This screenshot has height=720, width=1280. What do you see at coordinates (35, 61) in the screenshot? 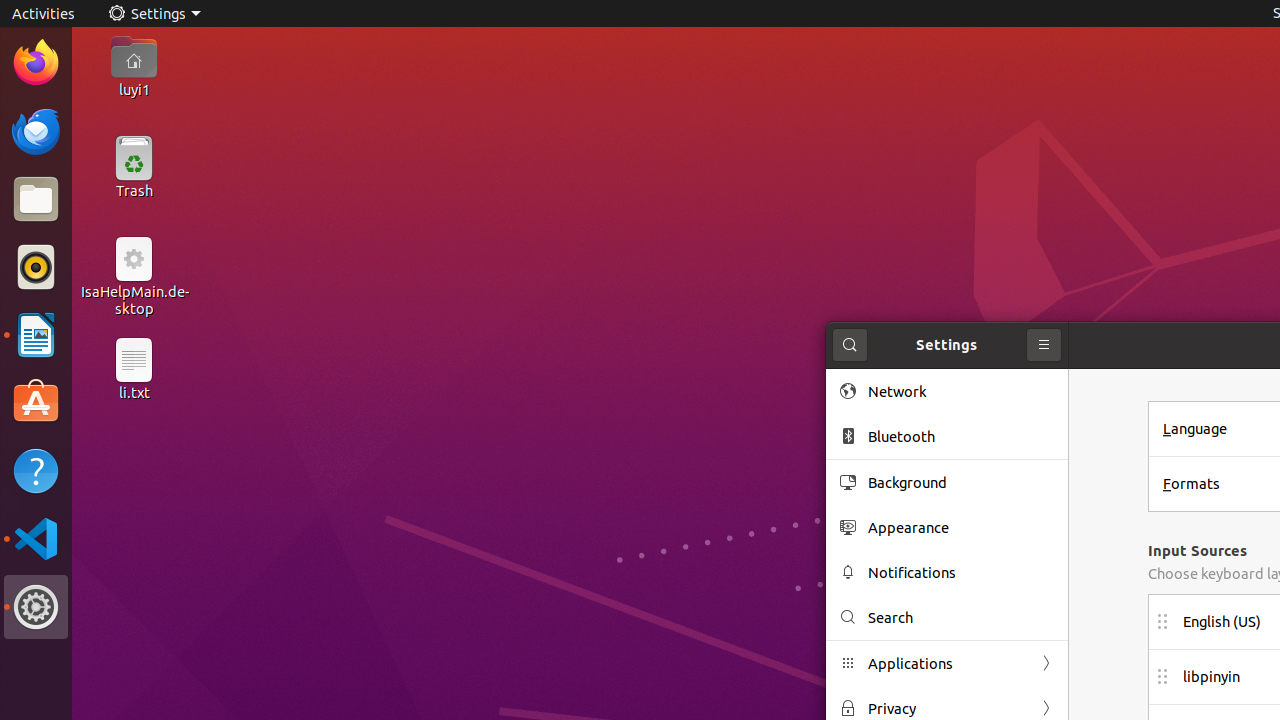
I see `'Firefox Web Browser'` at bounding box center [35, 61].